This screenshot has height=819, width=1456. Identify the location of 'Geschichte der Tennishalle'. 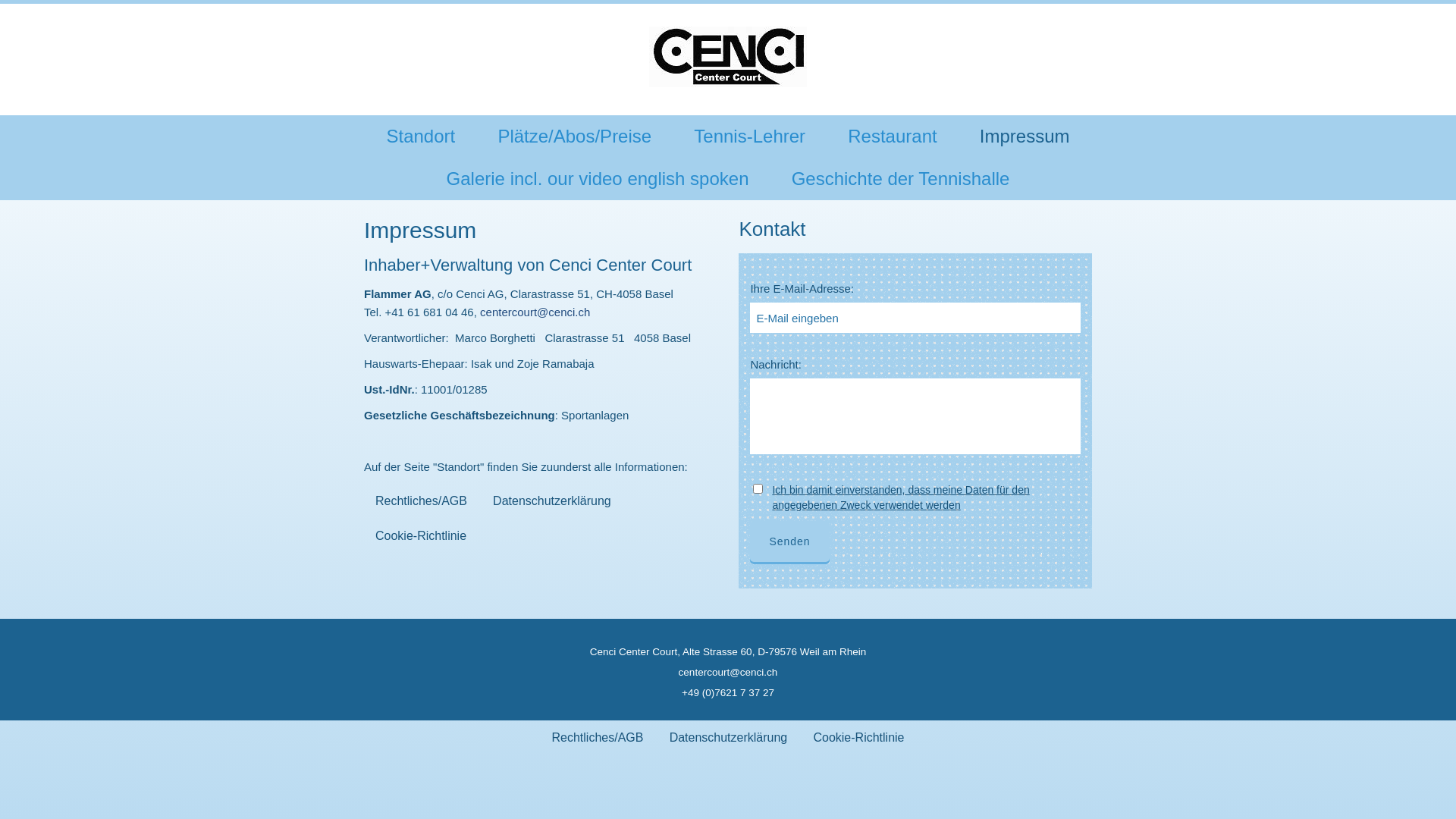
(900, 177).